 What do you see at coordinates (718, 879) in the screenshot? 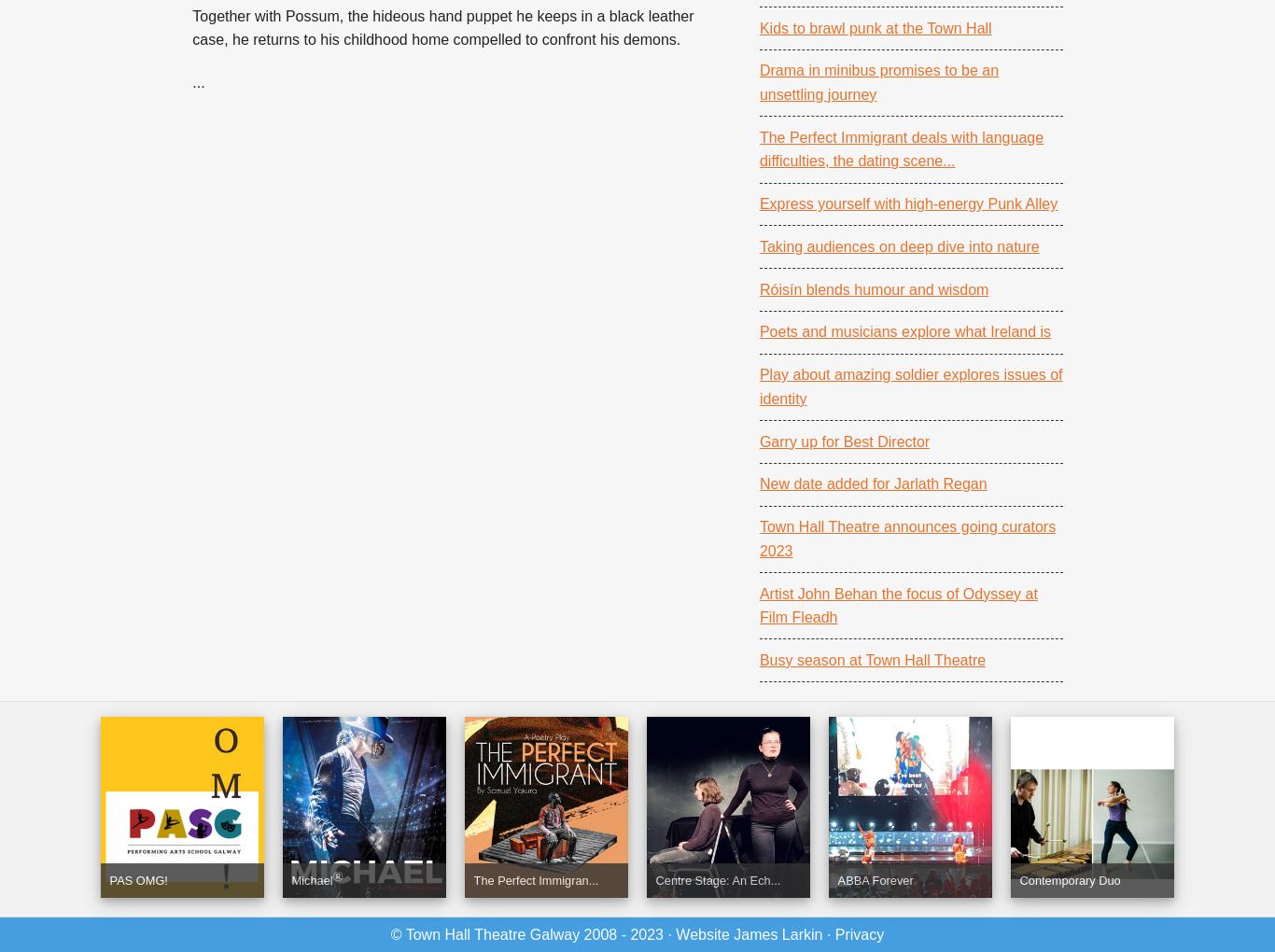
I see `'Centre Stage: An Ech...'` at bounding box center [718, 879].